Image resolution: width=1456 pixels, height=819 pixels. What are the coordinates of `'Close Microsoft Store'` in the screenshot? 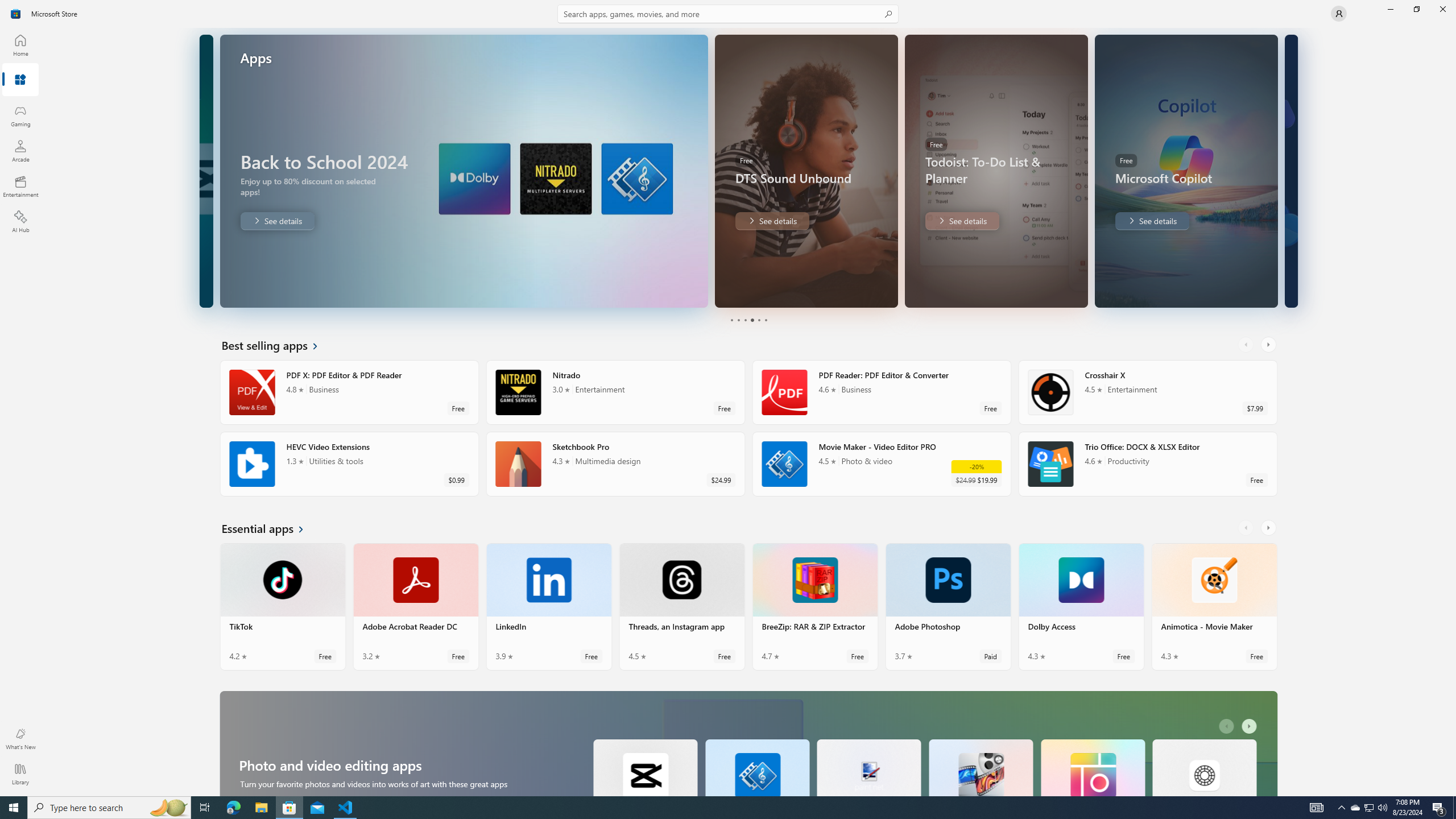 It's located at (1442, 9).